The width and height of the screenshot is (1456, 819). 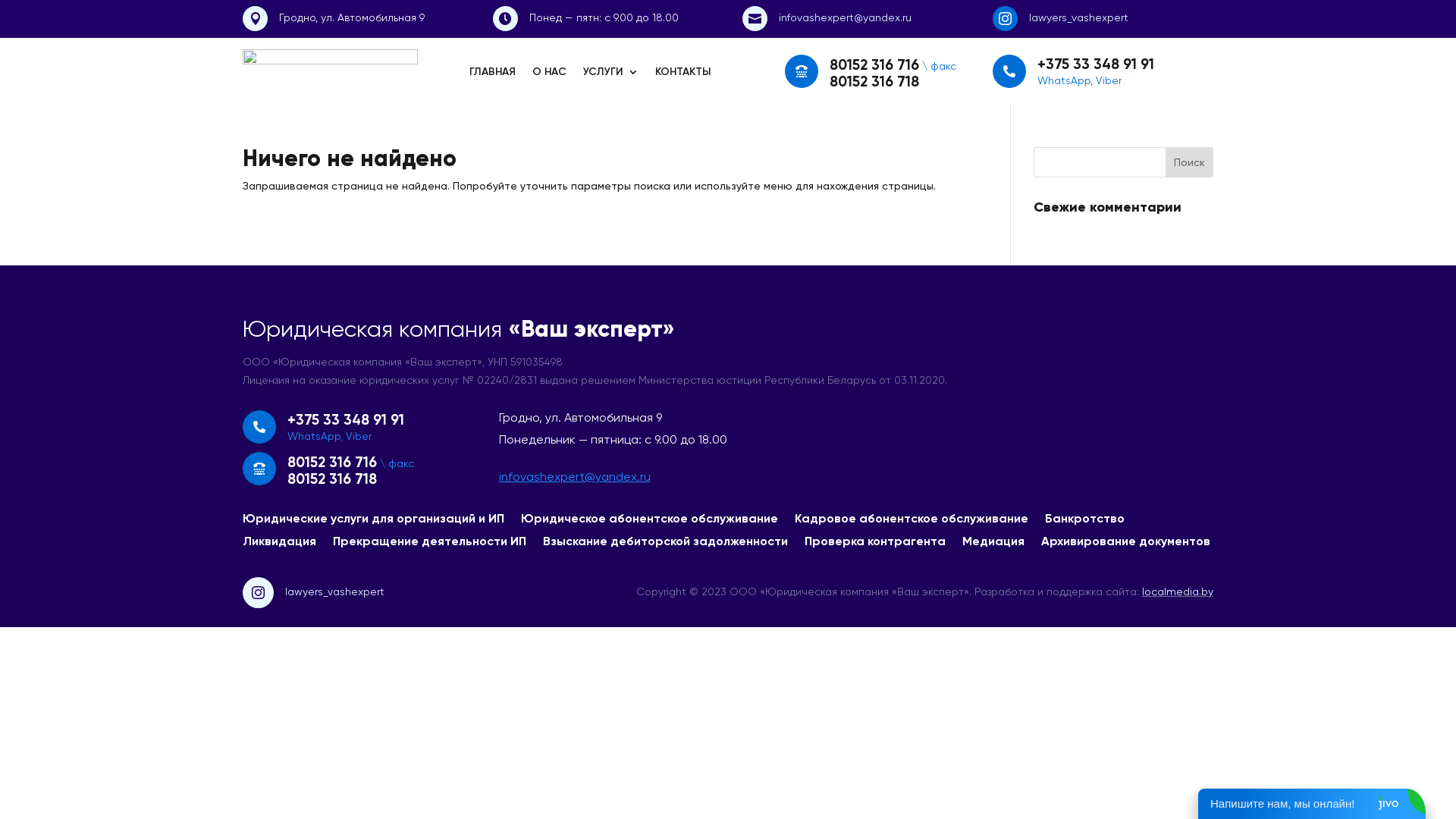 I want to click on '+375 33 348 91 91', so click(x=1095, y=63).